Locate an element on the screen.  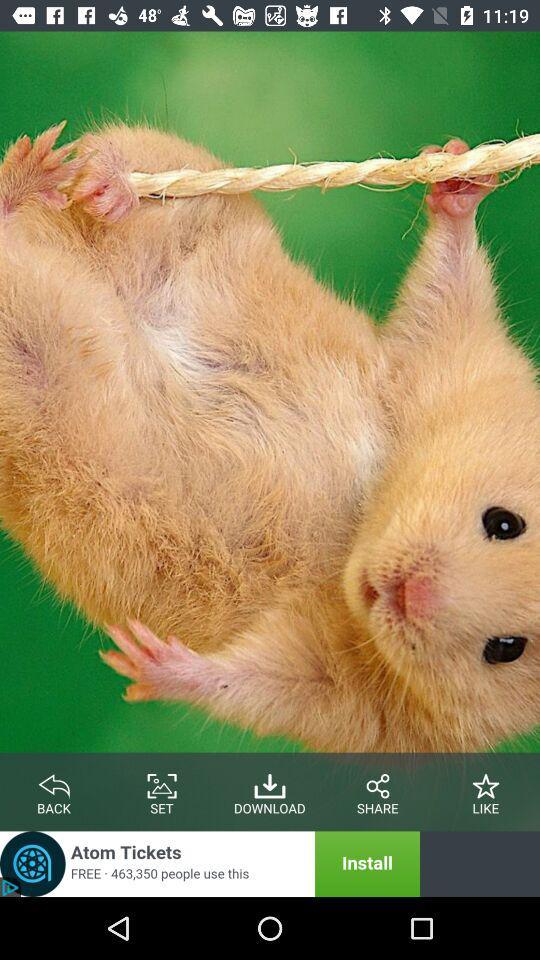
set as option is located at coordinates (161, 782).